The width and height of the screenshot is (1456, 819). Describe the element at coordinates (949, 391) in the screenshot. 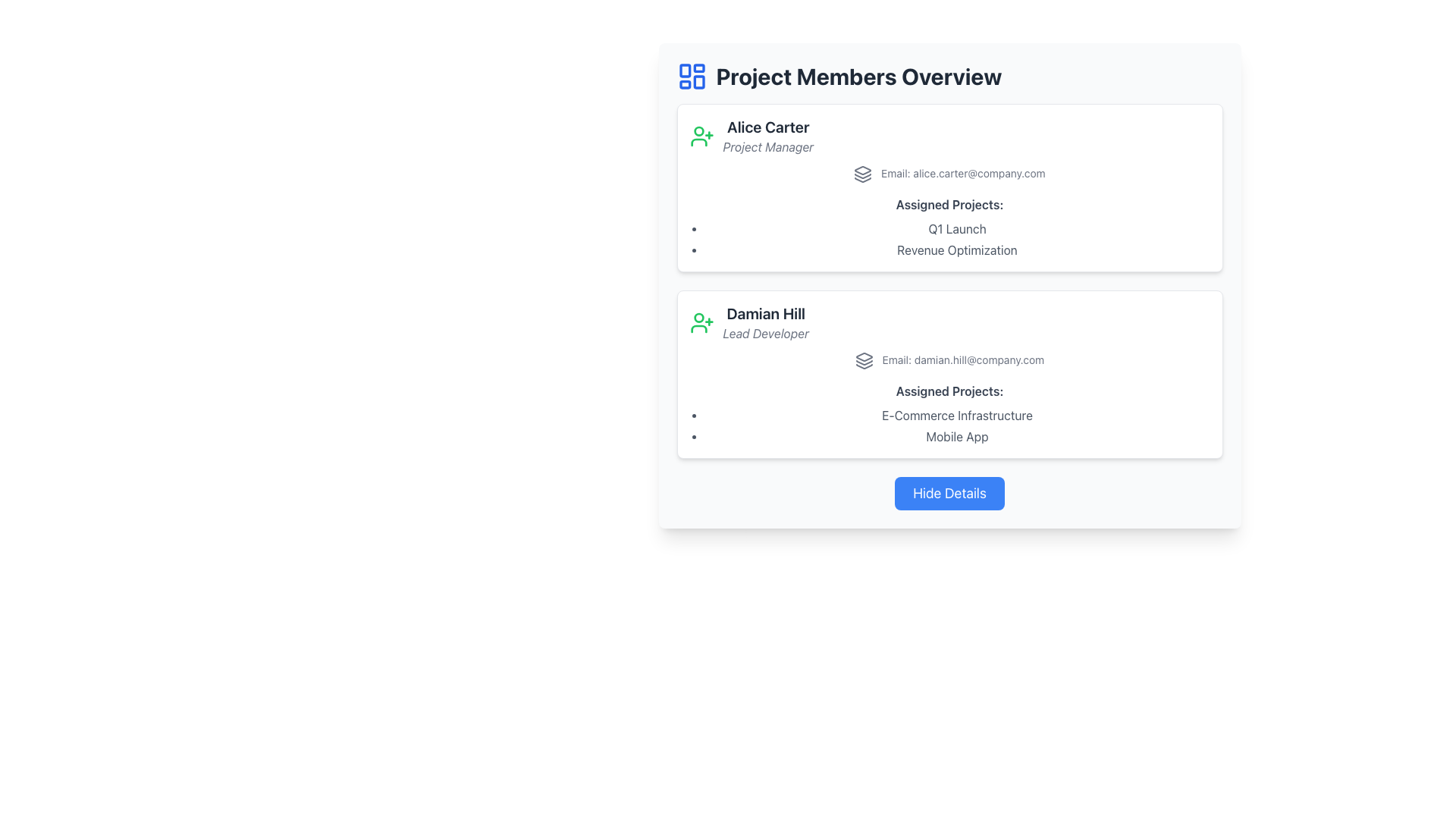

I see `text label that describes the list of assigned projects, located under the header 'Damian Hill' and above the bulleted list` at that location.